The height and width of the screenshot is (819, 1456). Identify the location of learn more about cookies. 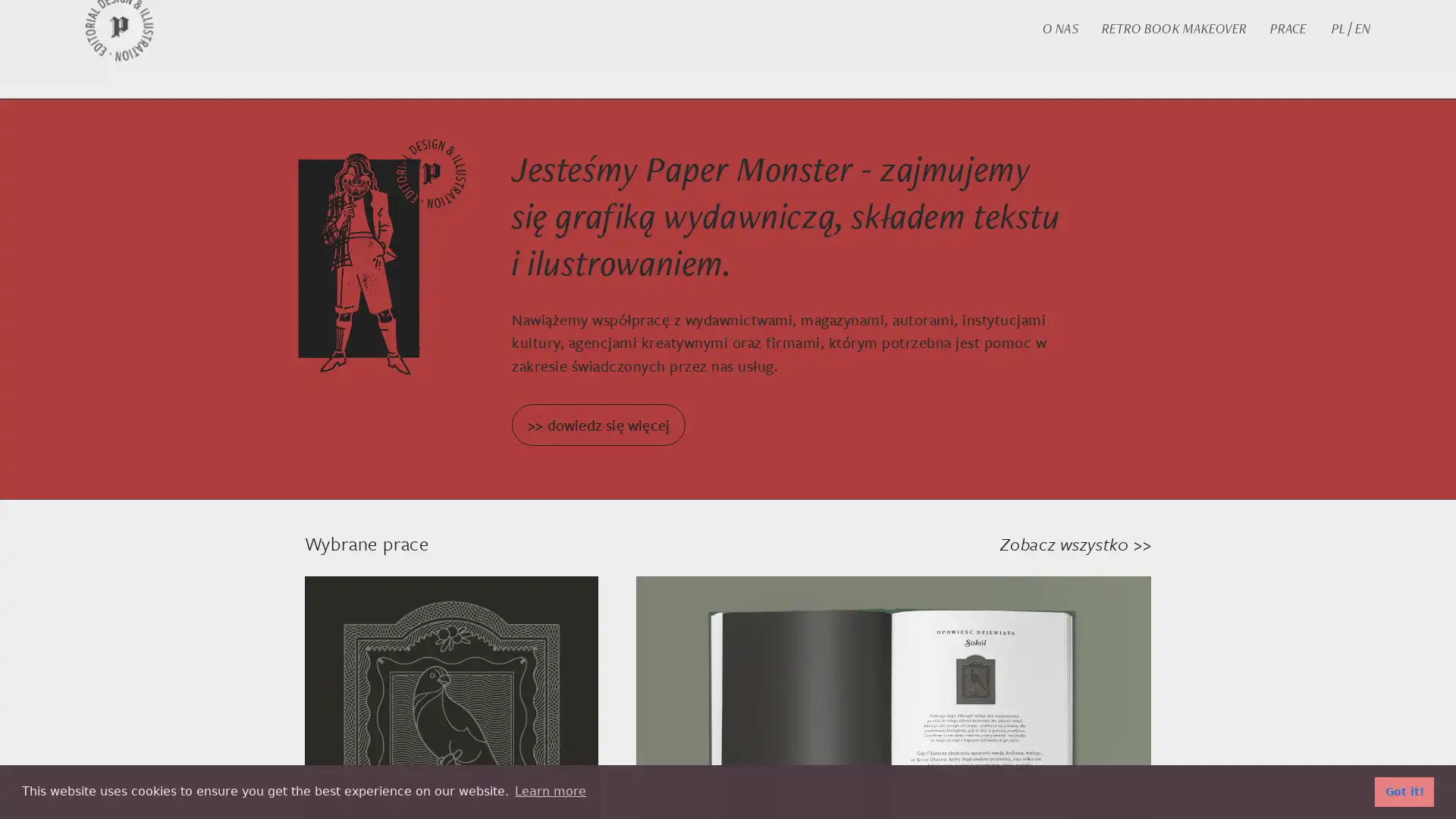
(549, 791).